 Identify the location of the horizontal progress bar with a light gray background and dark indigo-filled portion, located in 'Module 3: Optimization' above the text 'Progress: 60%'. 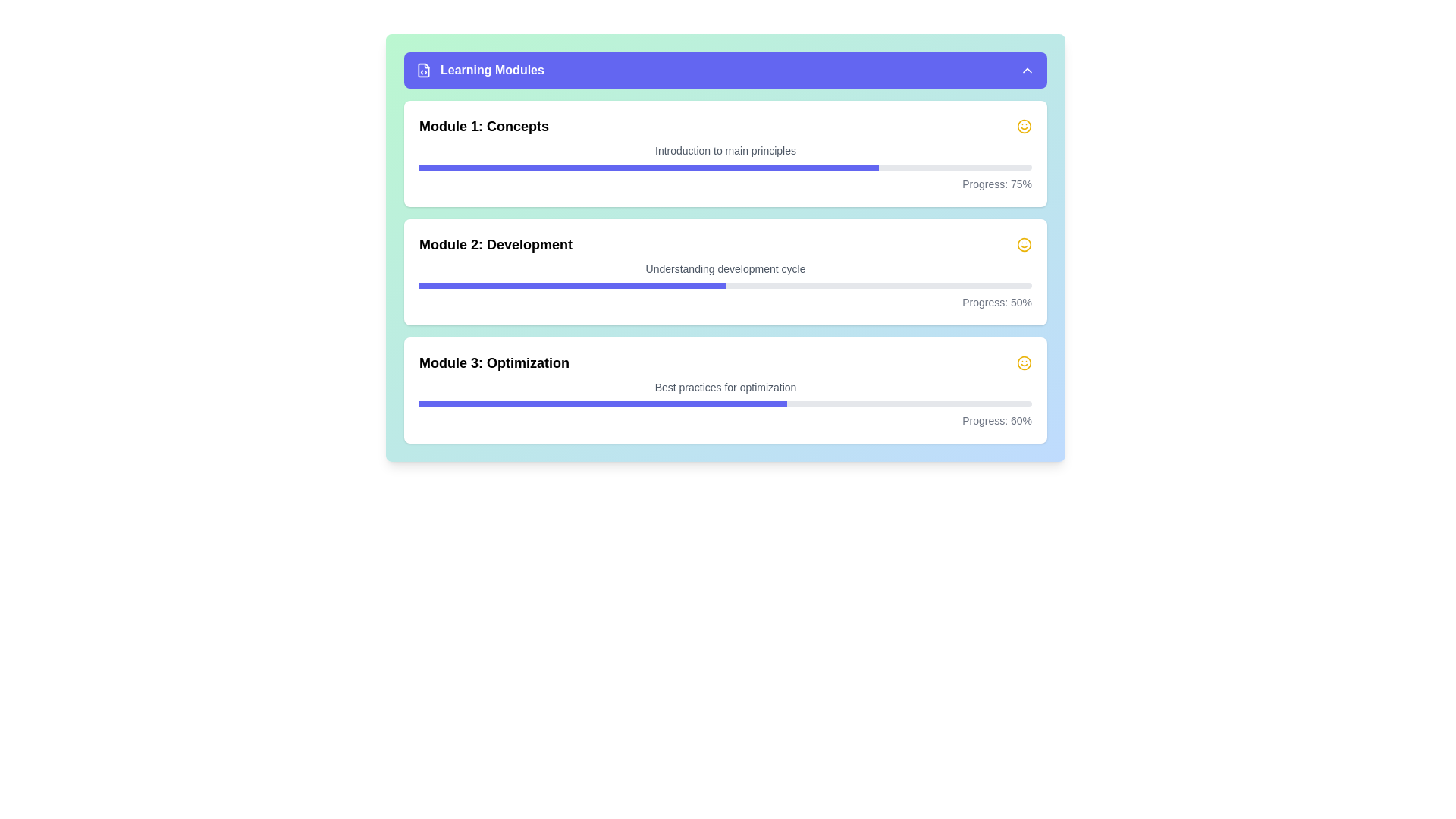
(724, 403).